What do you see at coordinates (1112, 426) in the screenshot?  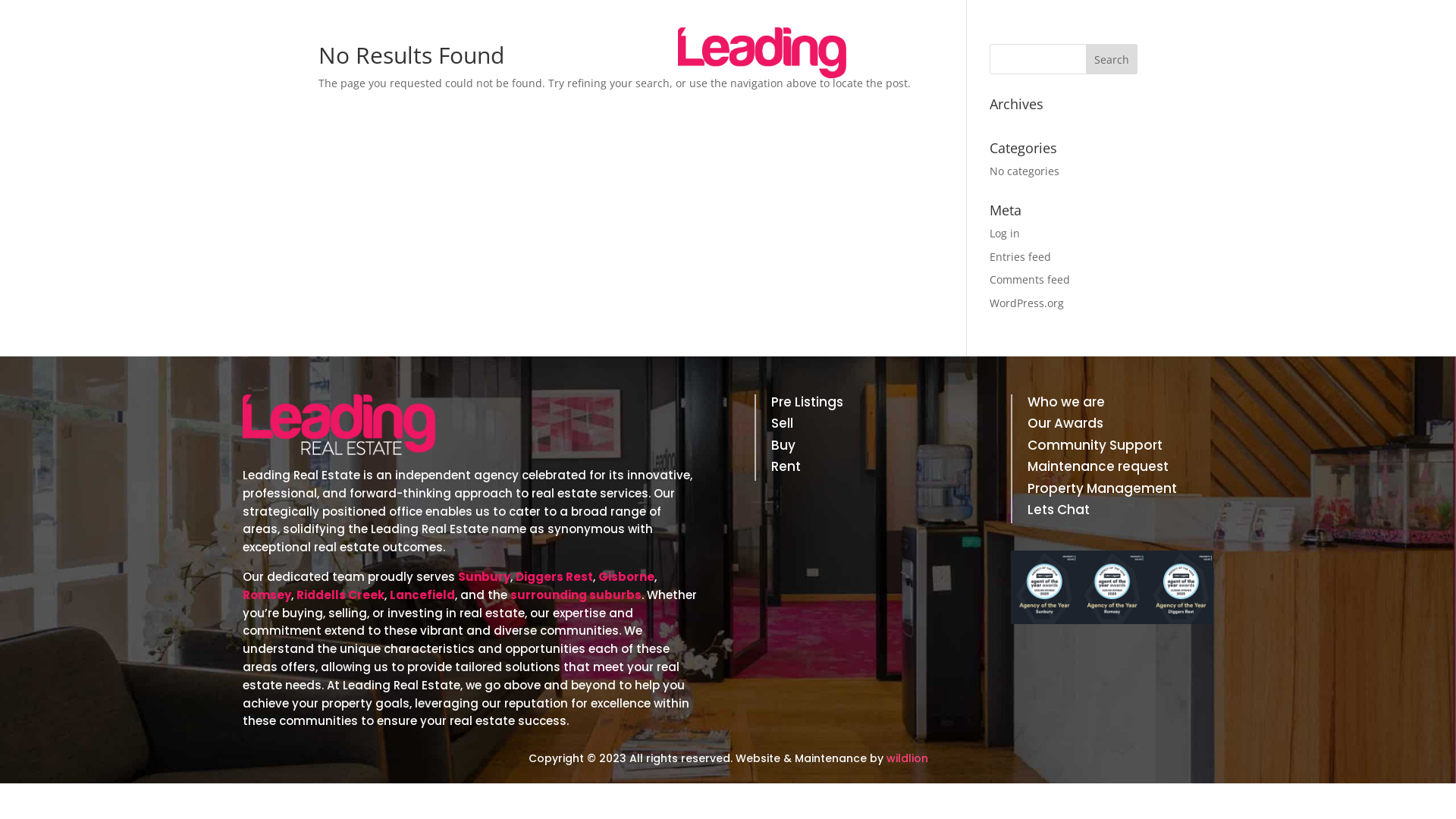 I see `'Our Awards'` at bounding box center [1112, 426].